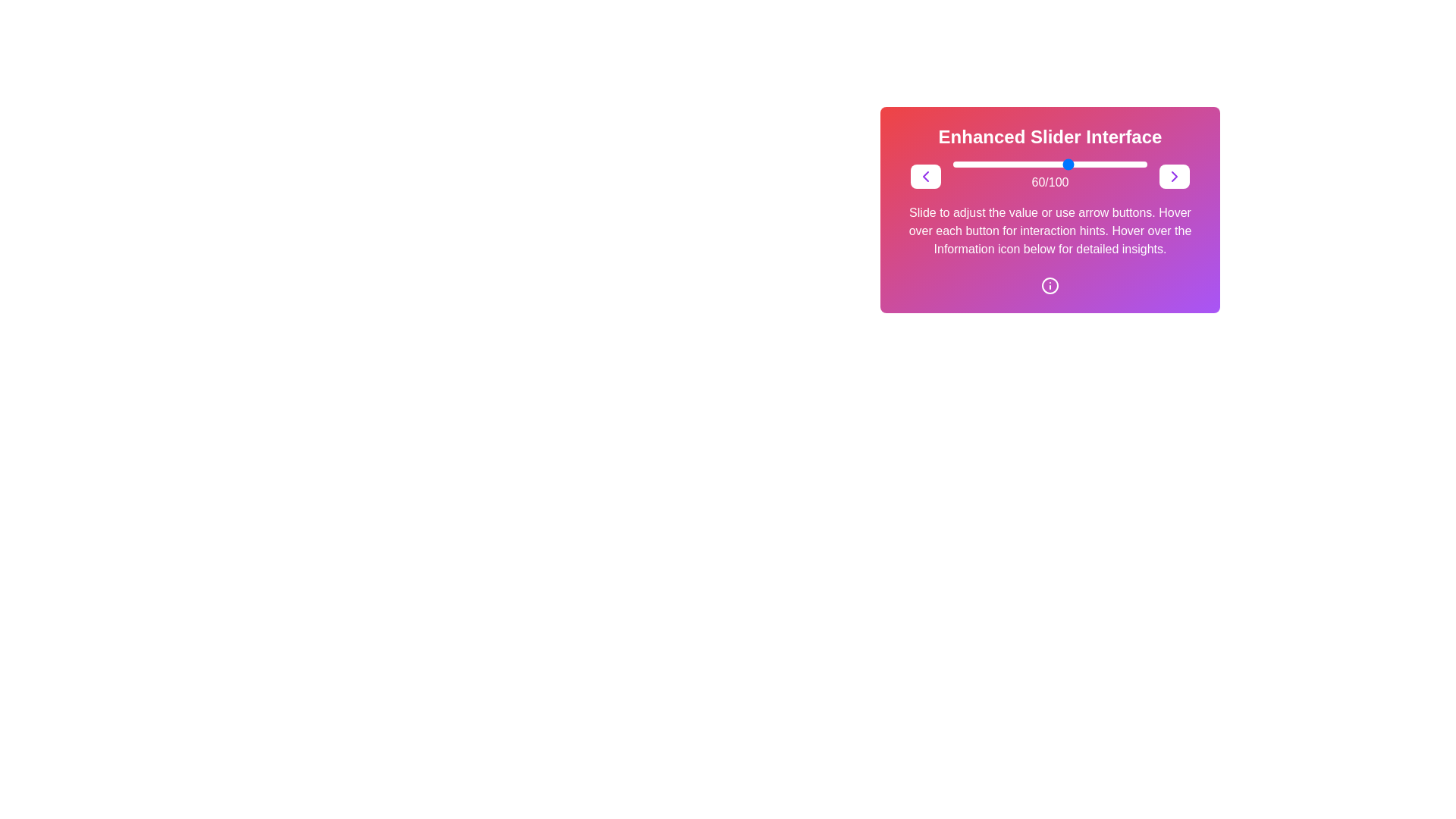 The image size is (1456, 819). What do you see at coordinates (984, 164) in the screenshot?
I see `the slider` at bounding box center [984, 164].